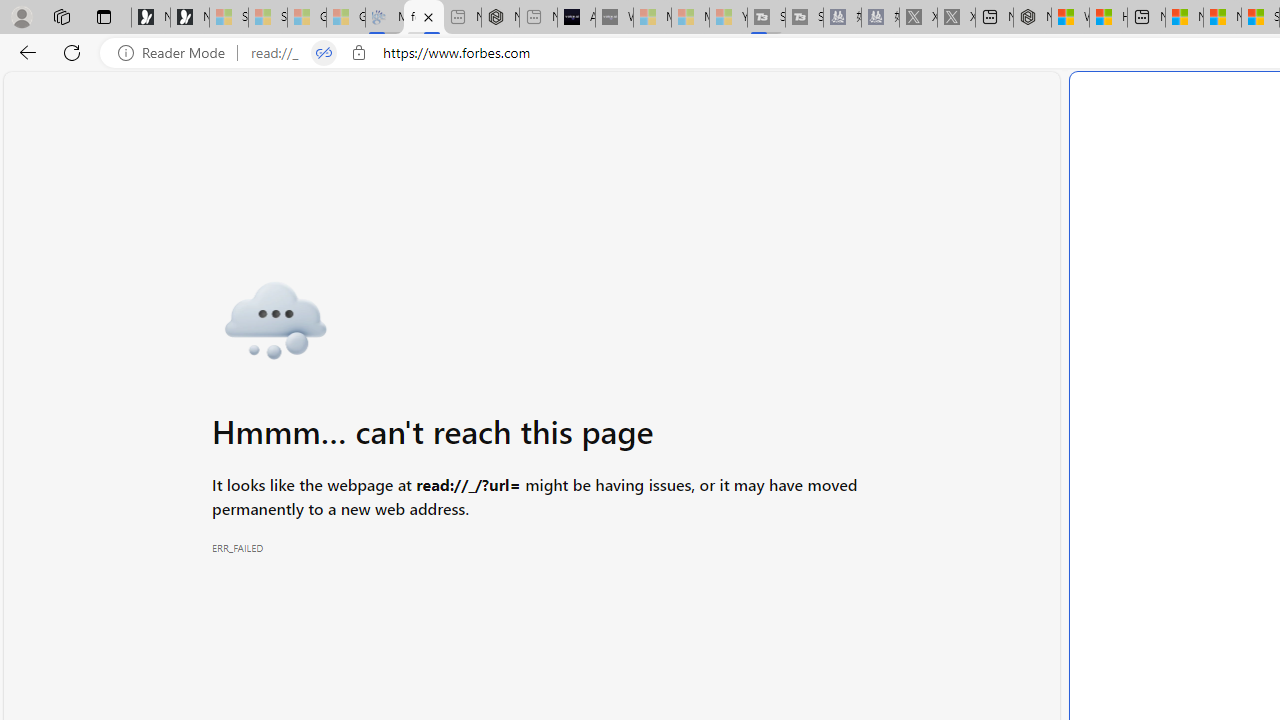 This screenshot has height=720, width=1280. Describe the element at coordinates (955, 17) in the screenshot. I see `'X - Sleeping'` at that location.